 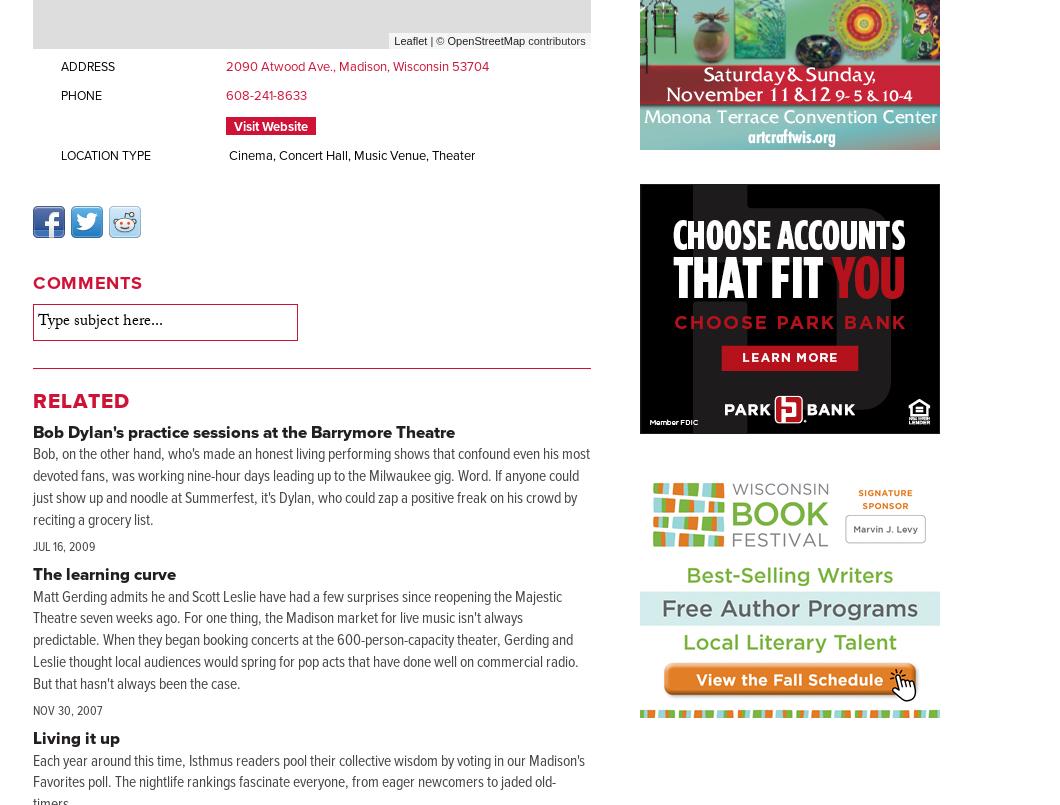 What do you see at coordinates (60, 95) in the screenshot?
I see `'Phone'` at bounding box center [60, 95].